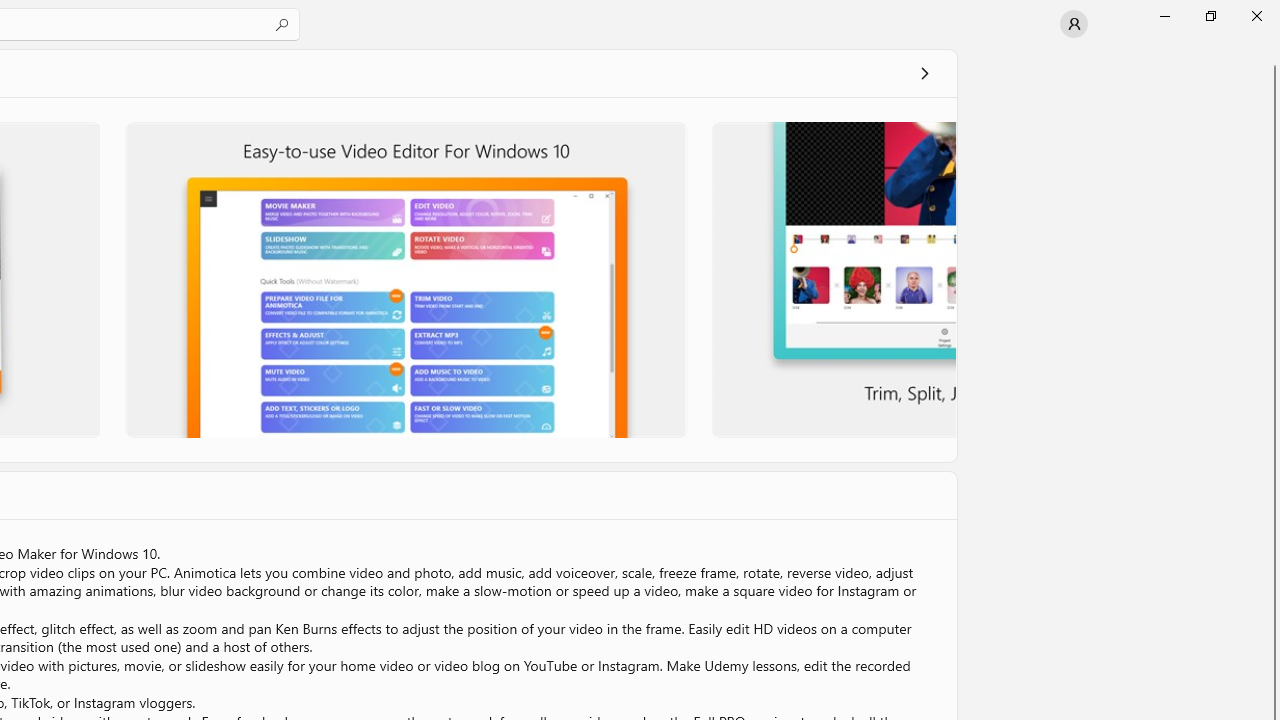 The image size is (1280, 720). What do you see at coordinates (1072, 24) in the screenshot?
I see `'User profile'` at bounding box center [1072, 24].